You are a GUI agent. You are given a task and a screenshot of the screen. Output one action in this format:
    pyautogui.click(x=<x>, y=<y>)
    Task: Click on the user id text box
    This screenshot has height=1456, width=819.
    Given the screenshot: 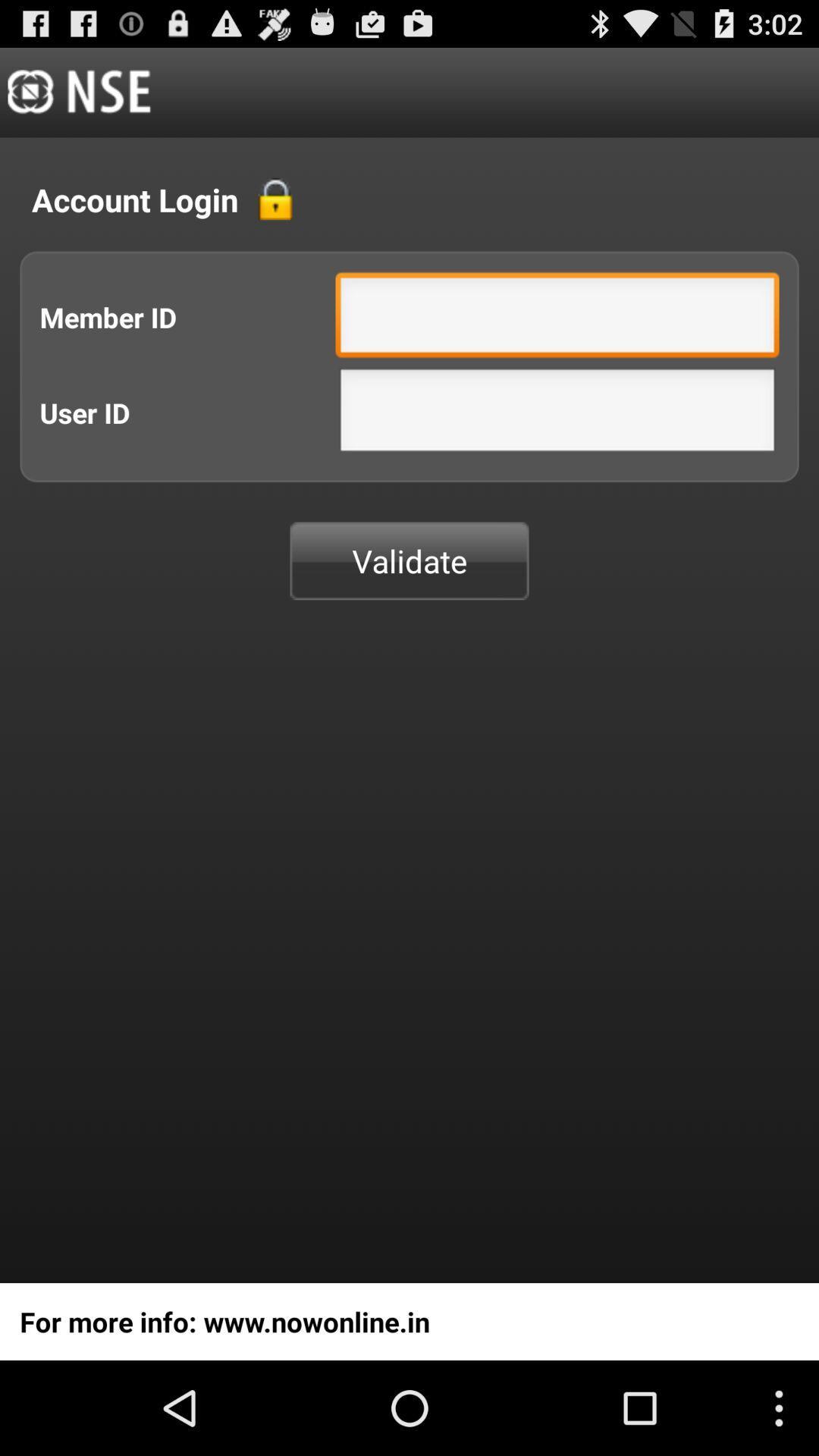 What is the action you would take?
    pyautogui.click(x=557, y=414)
    